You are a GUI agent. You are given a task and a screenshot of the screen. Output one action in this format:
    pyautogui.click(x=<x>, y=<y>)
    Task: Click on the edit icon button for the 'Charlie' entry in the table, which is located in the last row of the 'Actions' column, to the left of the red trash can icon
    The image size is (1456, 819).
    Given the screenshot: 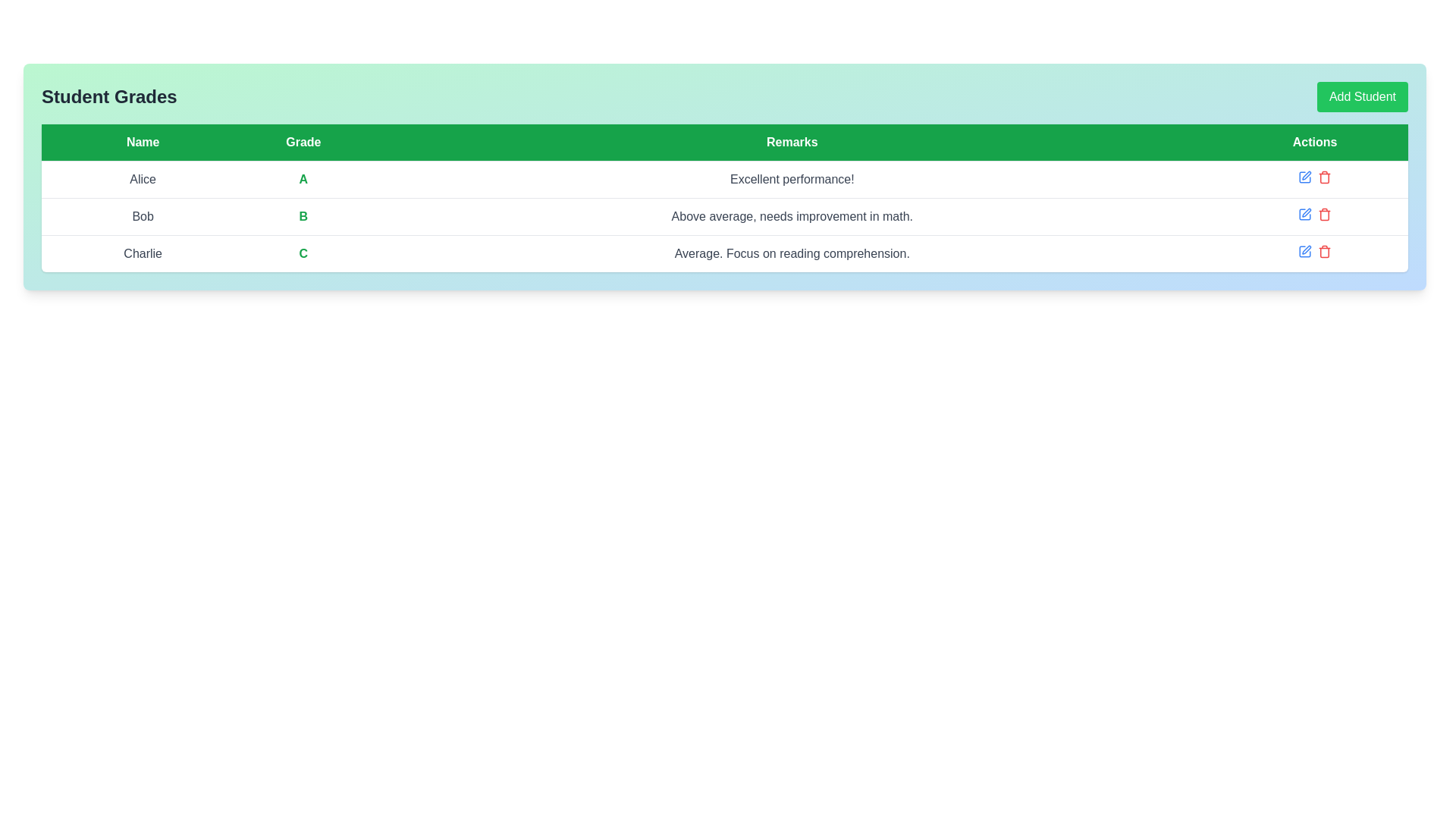 What is the action you would take?
    pyautogui.click(x=1304, y=250)
    